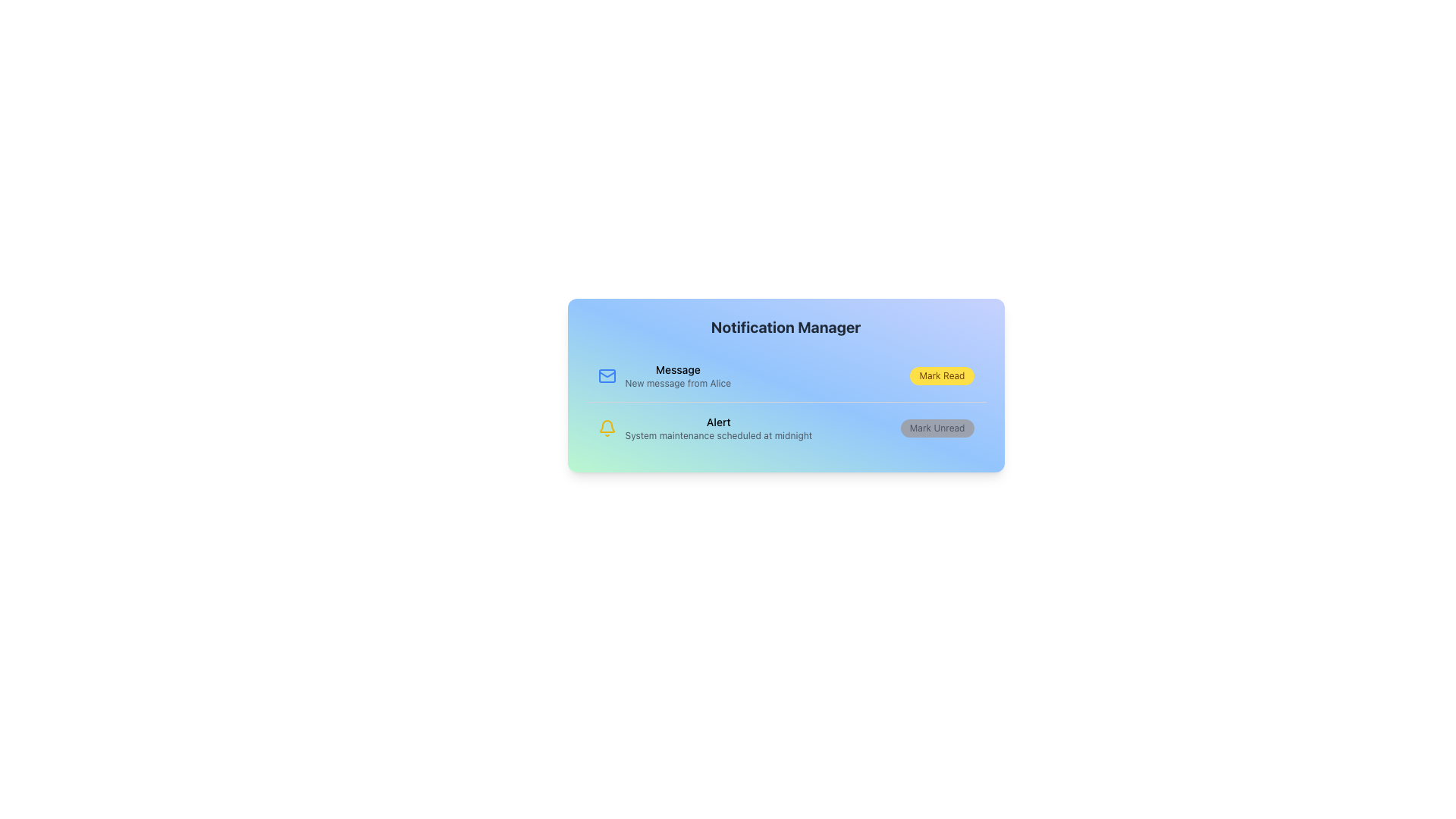 The width and height of the screenshot is (1456, 819). Describe the element at coordinates (717, 428) in the screenshot. I see `the alert notification Text Block that provides information about scheduled system maintenance, located beneath the message from Alice and next to the yellow bell icon` at that location.